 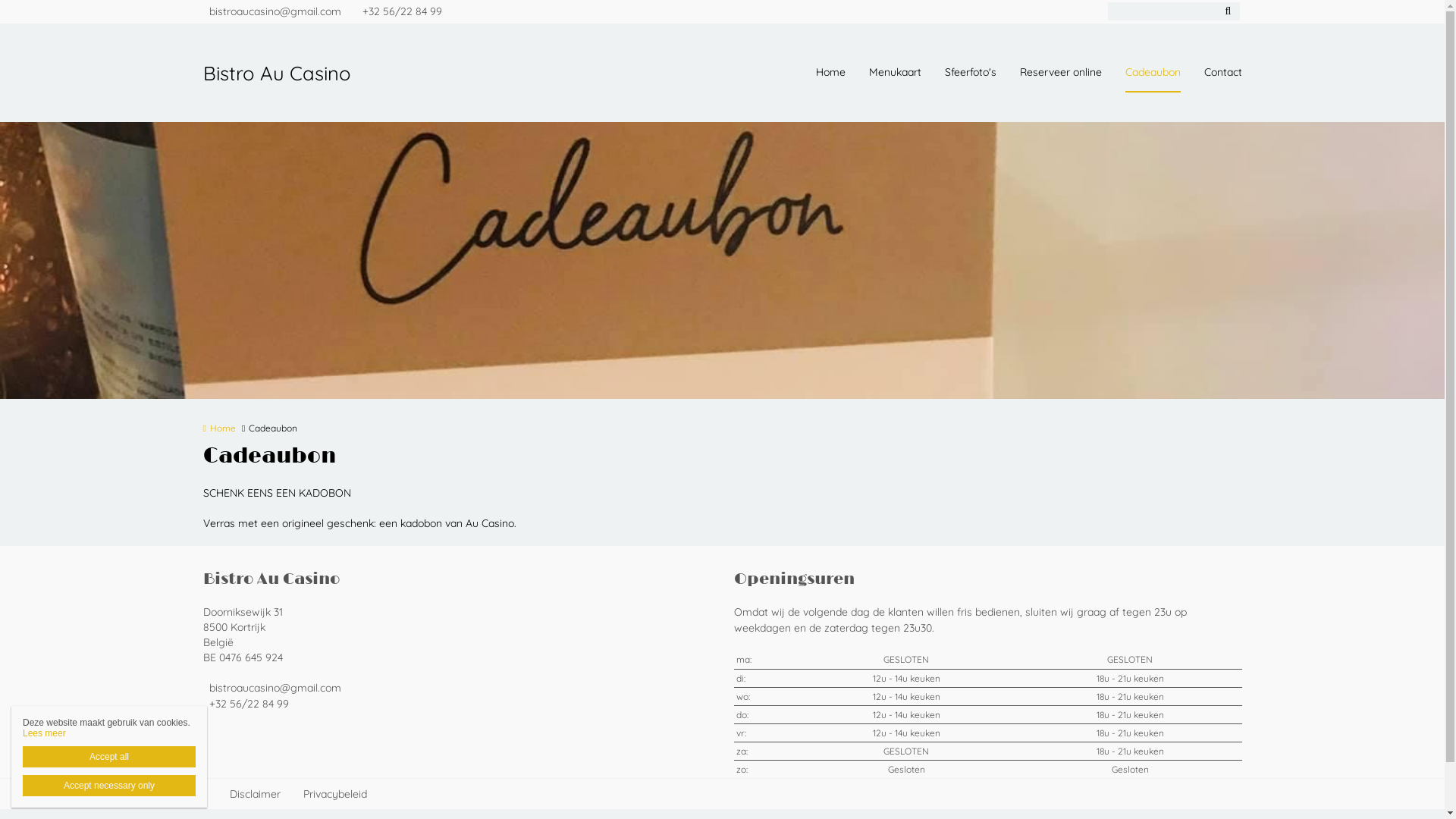 I want to click on 'Reserveer online', so click(x=1059, y=73).